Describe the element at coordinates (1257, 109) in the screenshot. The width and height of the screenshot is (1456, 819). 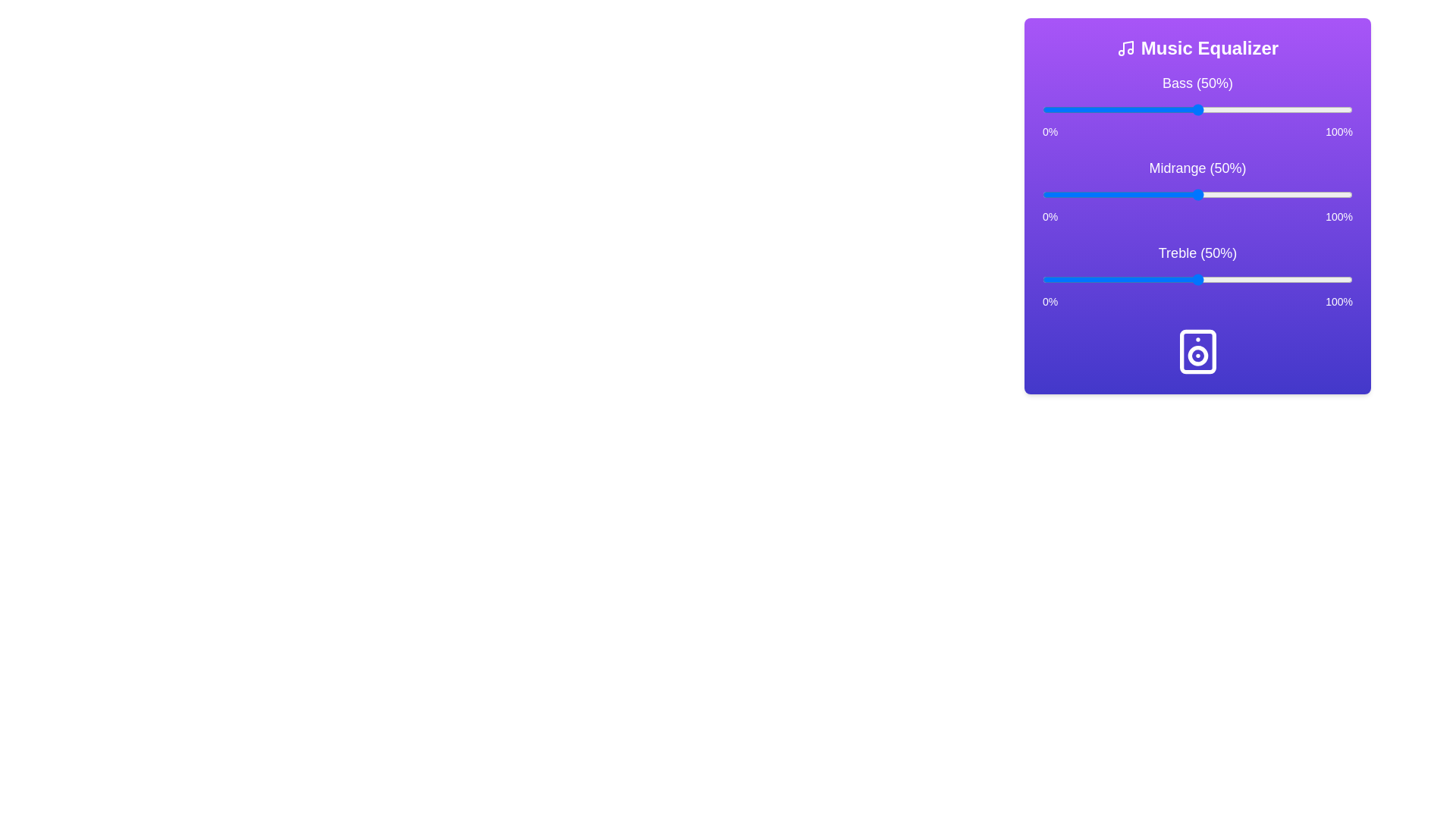
I see `the bass slider to 69%` at that location.